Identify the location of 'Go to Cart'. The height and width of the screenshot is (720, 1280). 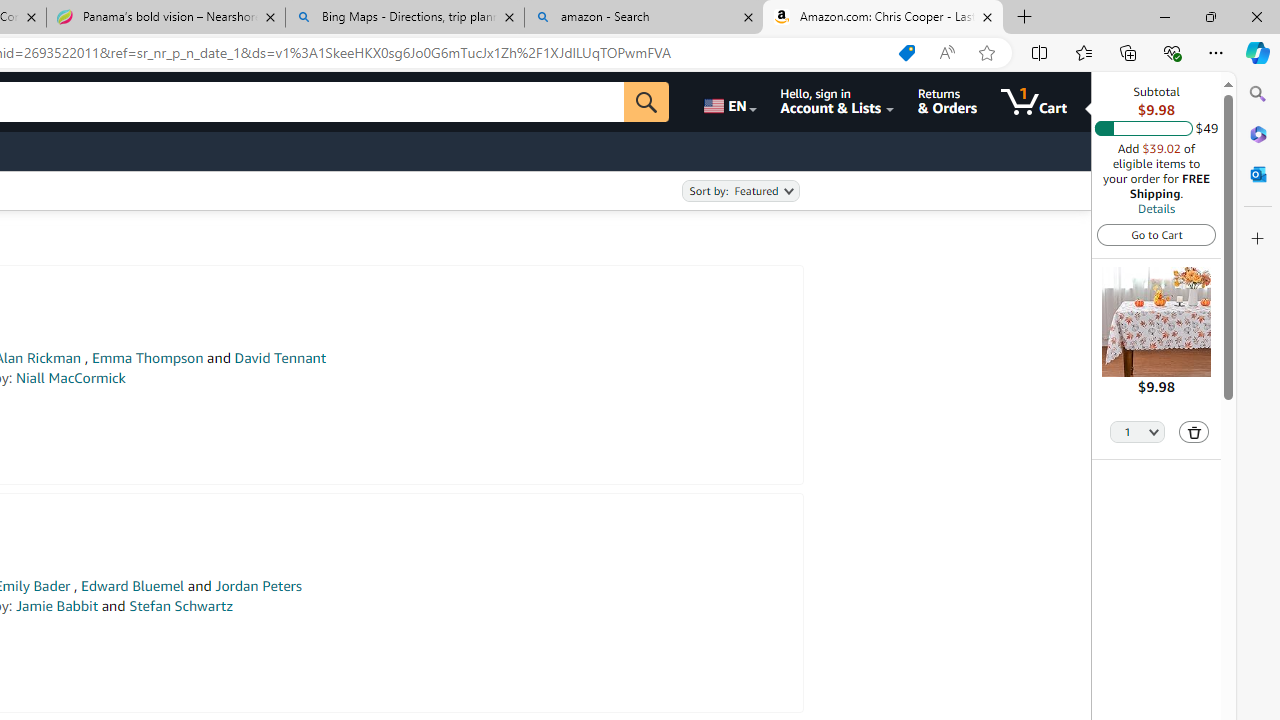
(1156, 233).